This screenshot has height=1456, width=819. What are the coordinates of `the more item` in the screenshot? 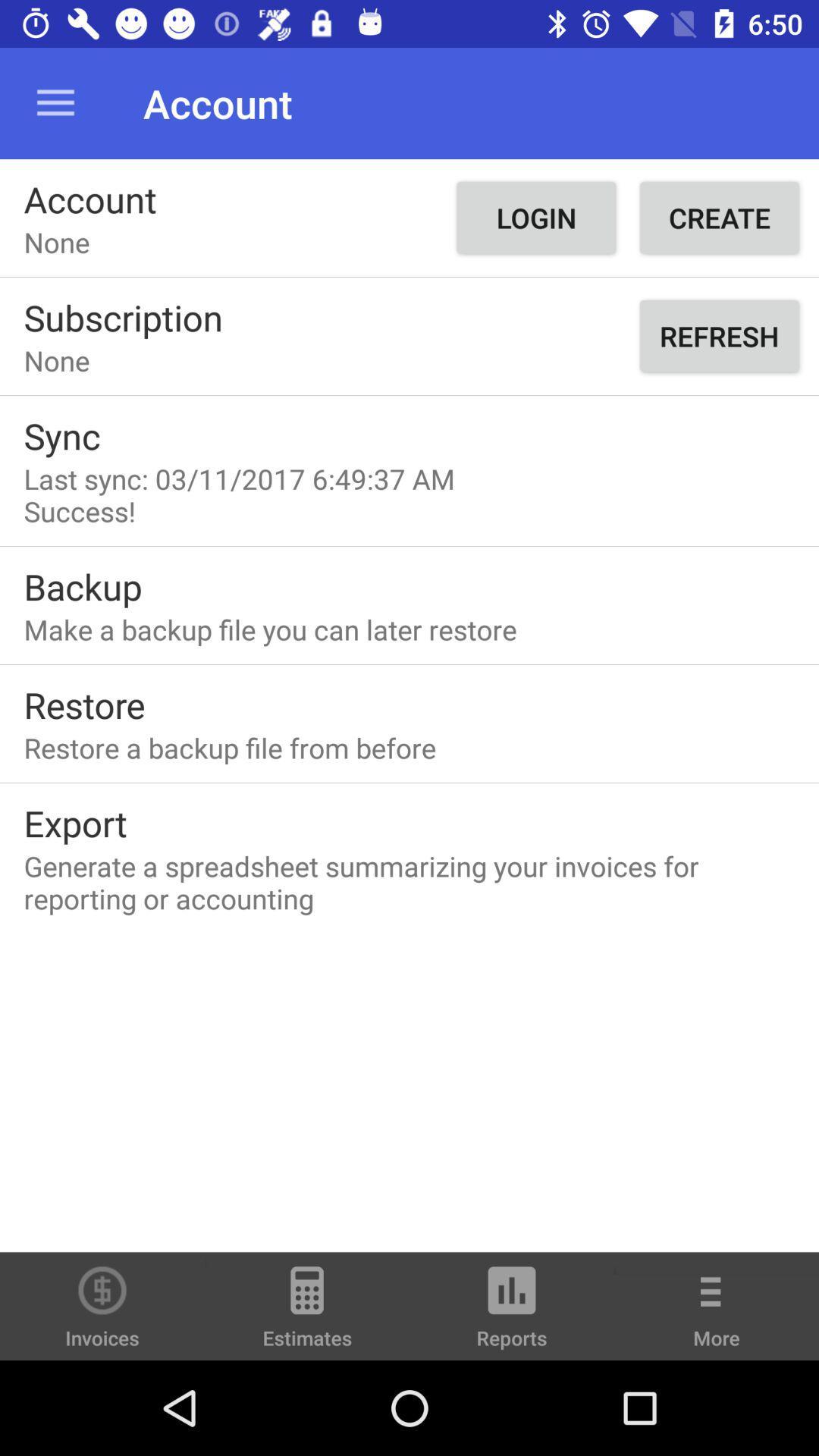 It's located at (717, 1316).